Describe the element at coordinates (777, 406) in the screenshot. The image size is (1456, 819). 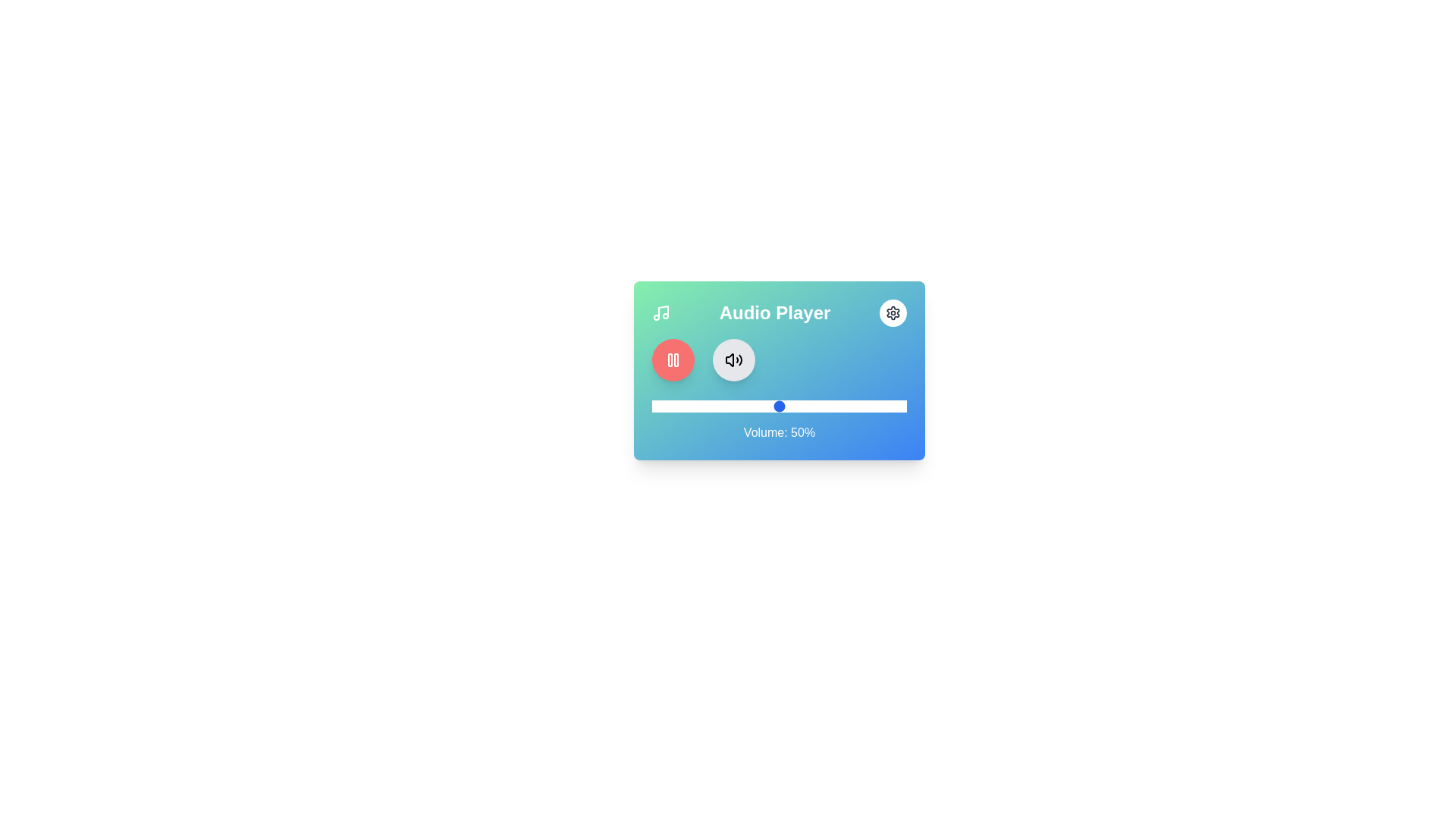
I see `the audio player's volume` at that location.